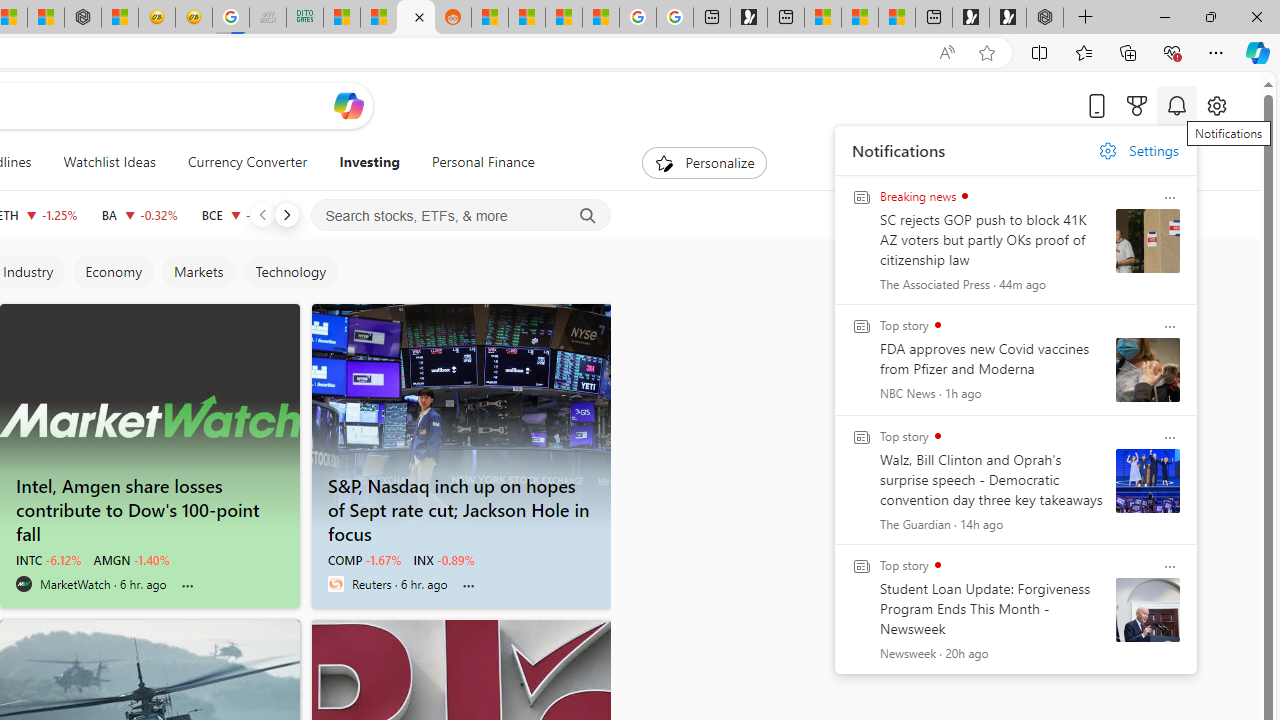  What do you see at coordinates (111, 272) in the screenshot?
I see `'Economy'` at bounding box center [111, 272].